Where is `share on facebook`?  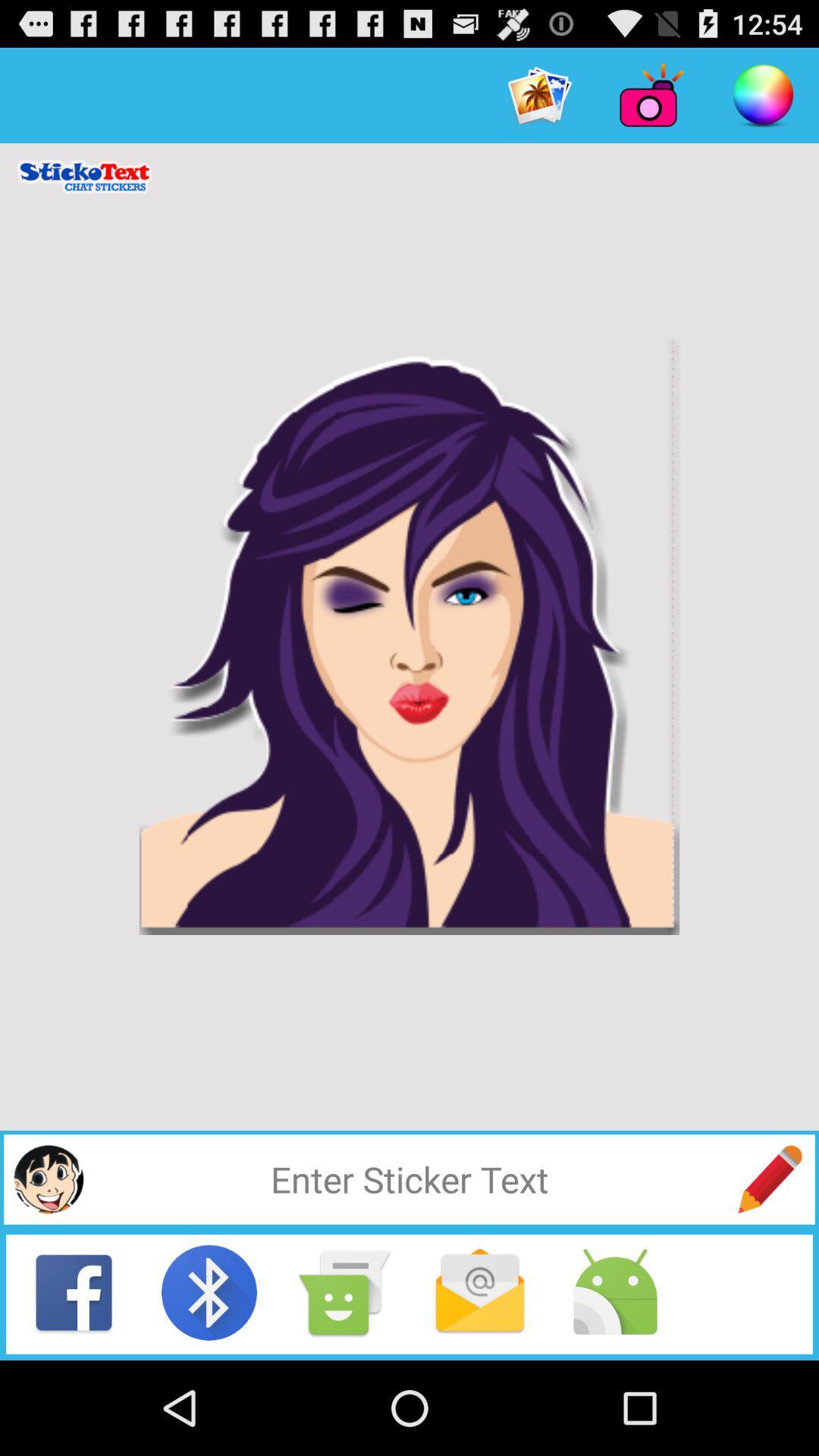
share on facebook is located at coordinates (74, 1291).